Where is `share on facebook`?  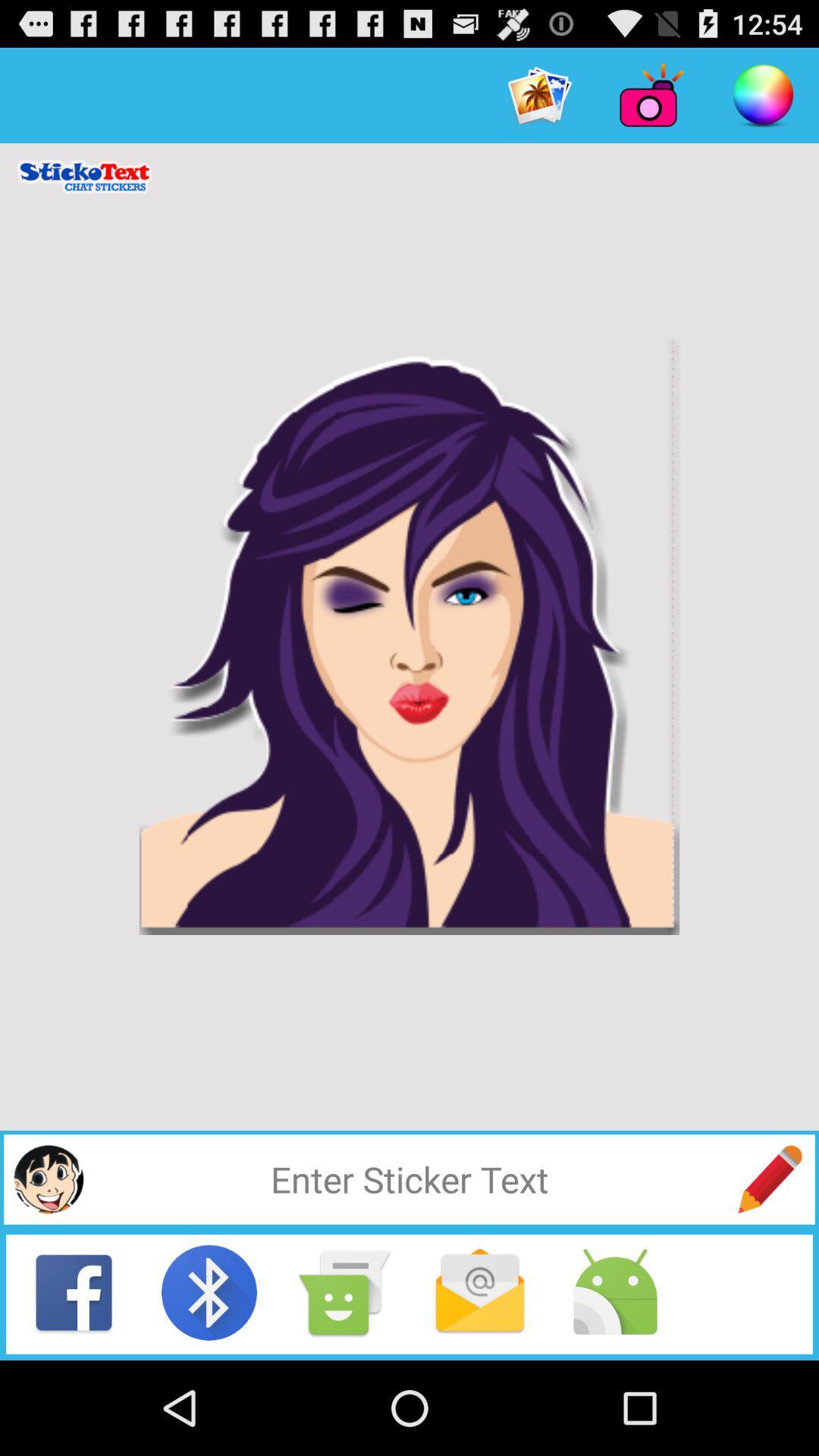
share on facebook is located at coordinates (74, 1291).